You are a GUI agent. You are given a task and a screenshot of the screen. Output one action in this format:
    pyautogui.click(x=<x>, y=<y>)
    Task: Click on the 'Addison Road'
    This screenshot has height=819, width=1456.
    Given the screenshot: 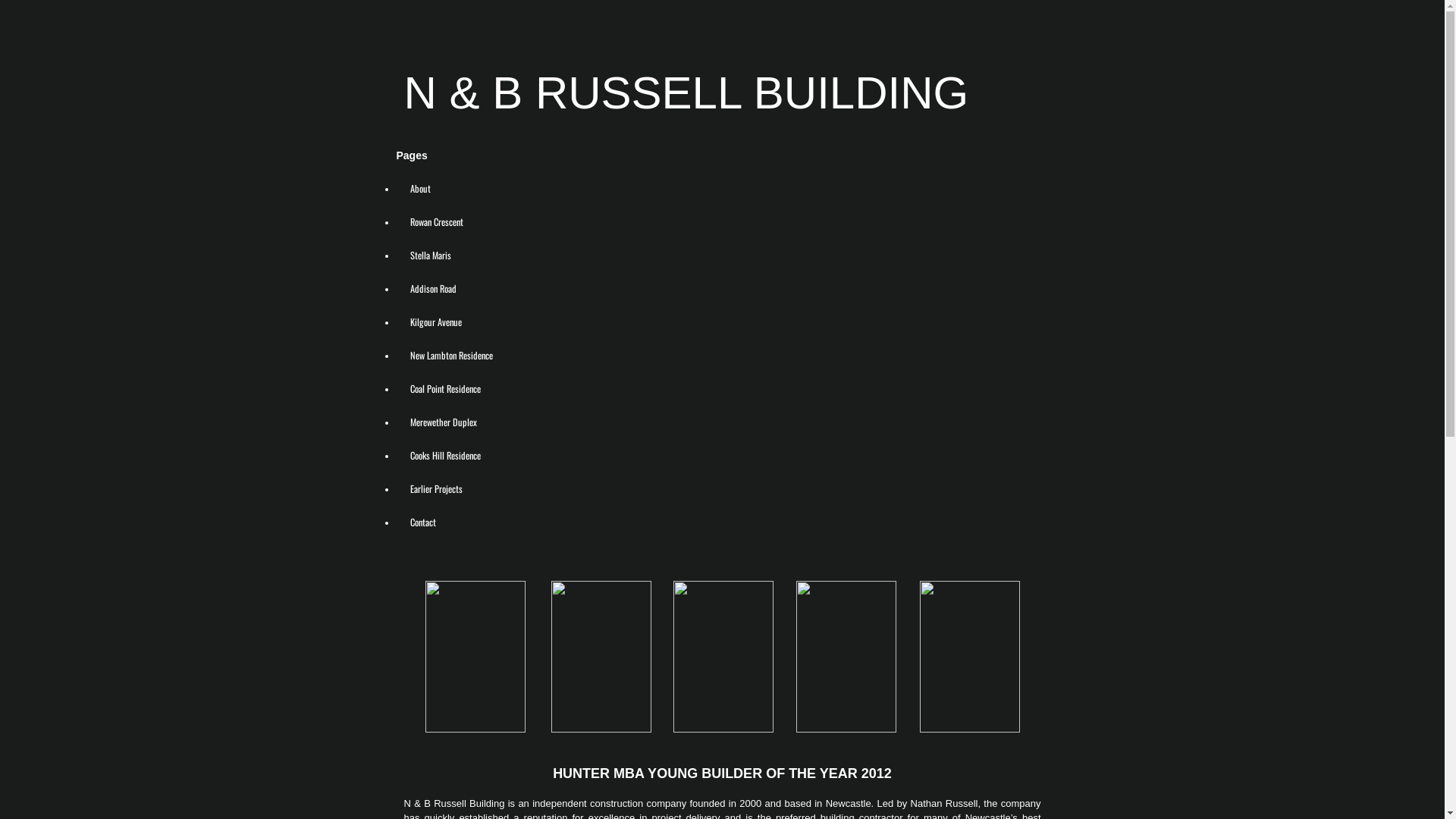 What is the action you would take?
    pyautogui.click(x=432, y=288)
    